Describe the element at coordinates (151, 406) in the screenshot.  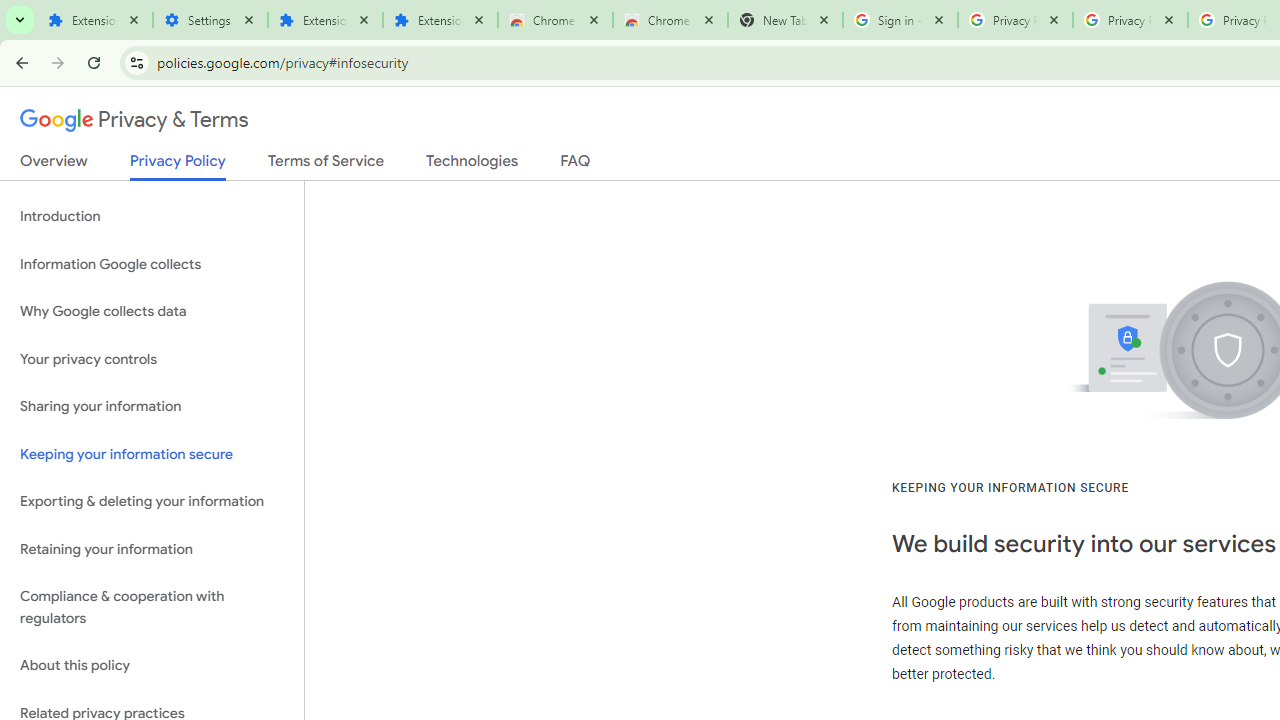
I see `'Sharing your information'` at that location.